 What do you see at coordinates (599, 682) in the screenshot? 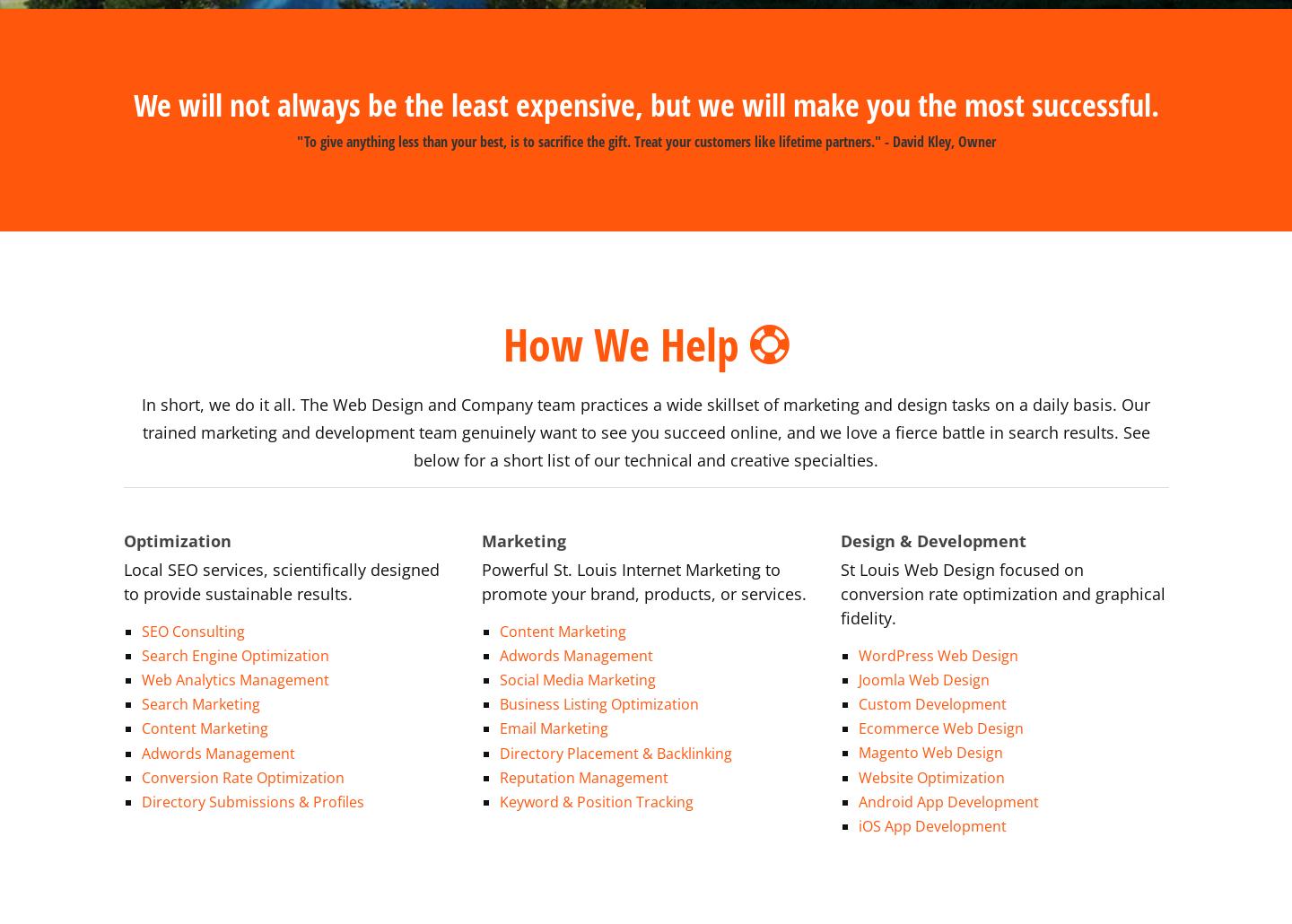
I see `'Business Listing Optimization'` at bounding box center [599, 682].